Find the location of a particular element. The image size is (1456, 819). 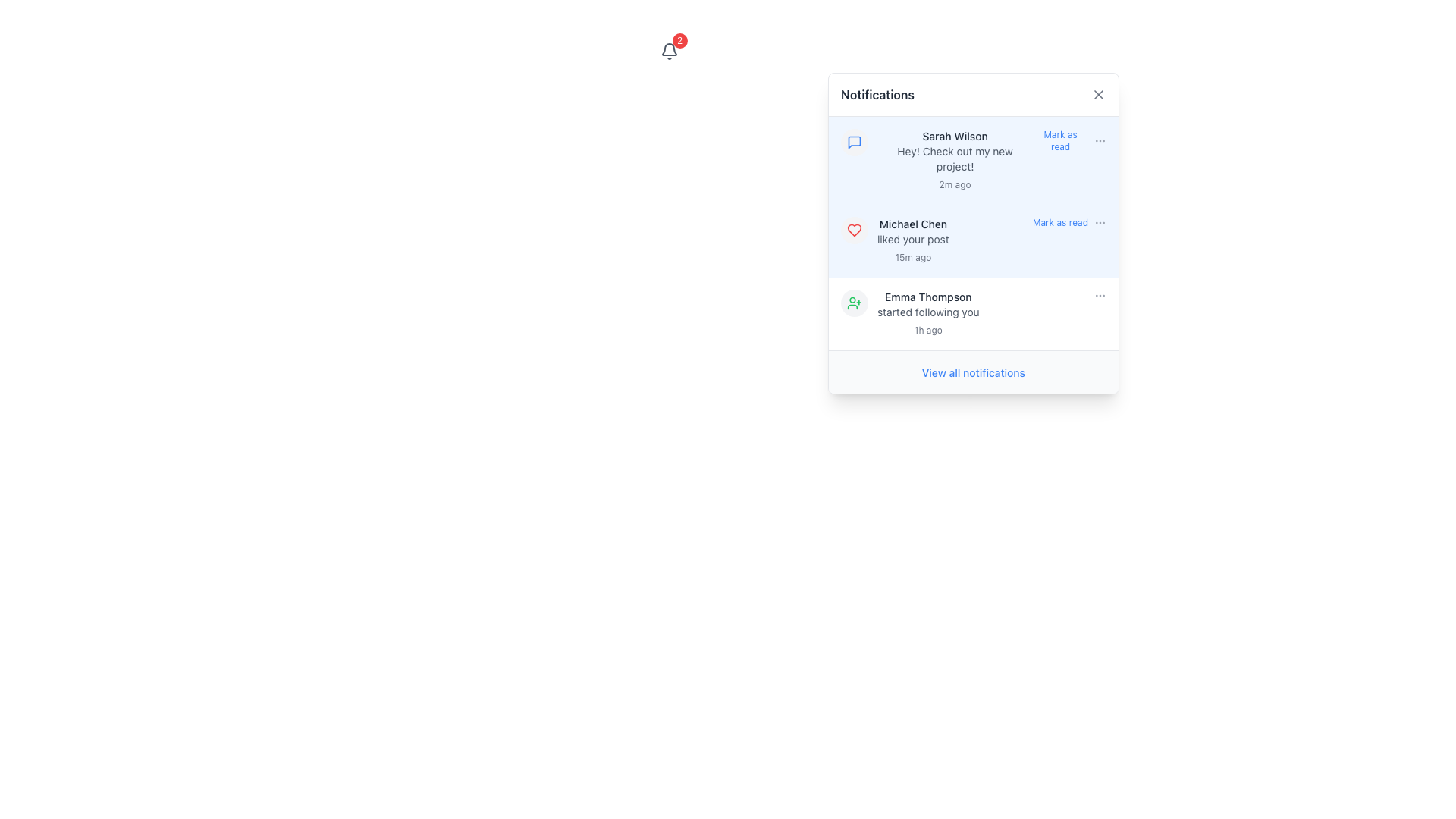

the close icon located in the top-right corner of the notifications panel is located at coordinates (1099, 94).